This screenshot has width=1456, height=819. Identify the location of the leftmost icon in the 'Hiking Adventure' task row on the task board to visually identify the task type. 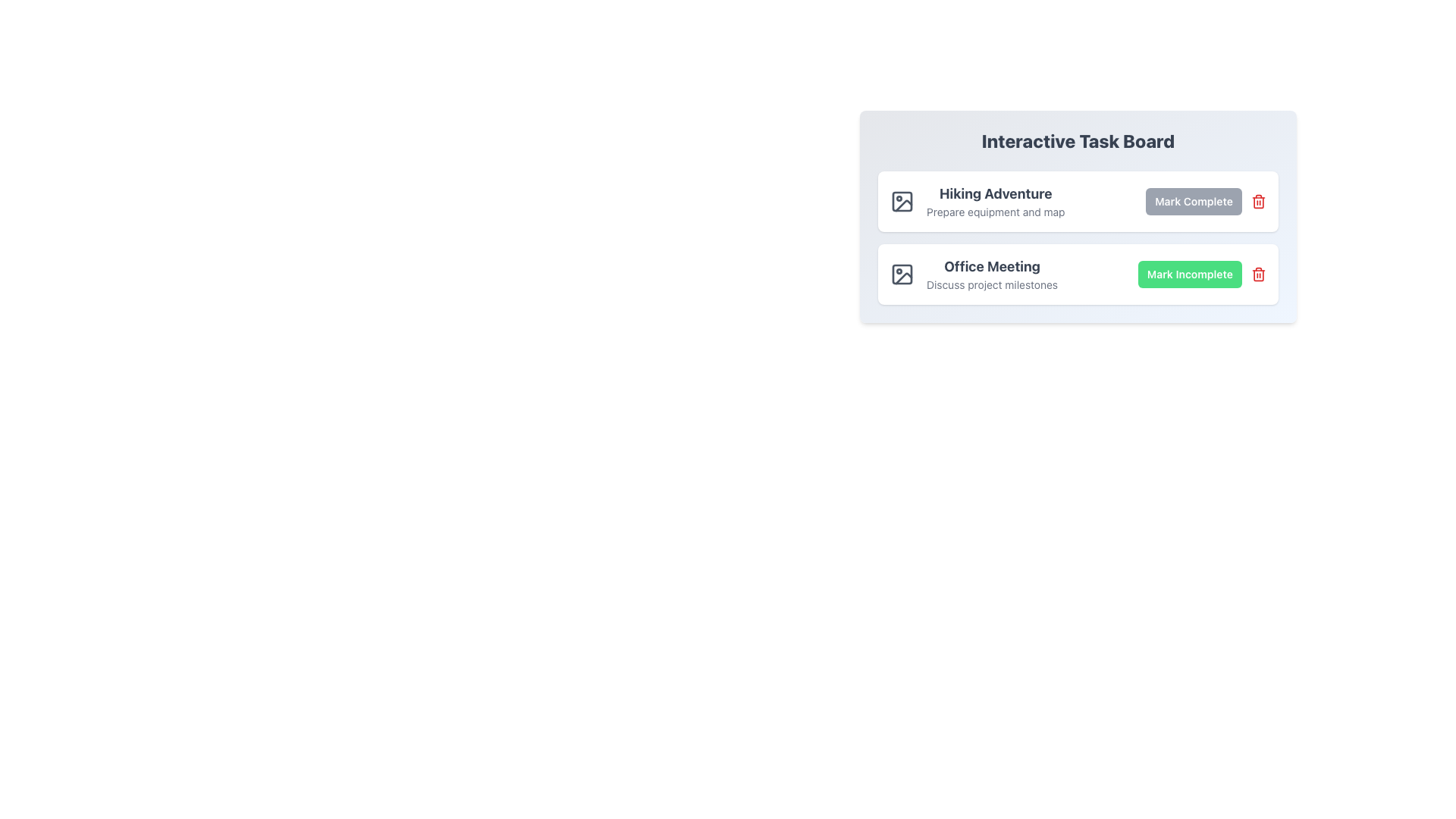
(902, 201).